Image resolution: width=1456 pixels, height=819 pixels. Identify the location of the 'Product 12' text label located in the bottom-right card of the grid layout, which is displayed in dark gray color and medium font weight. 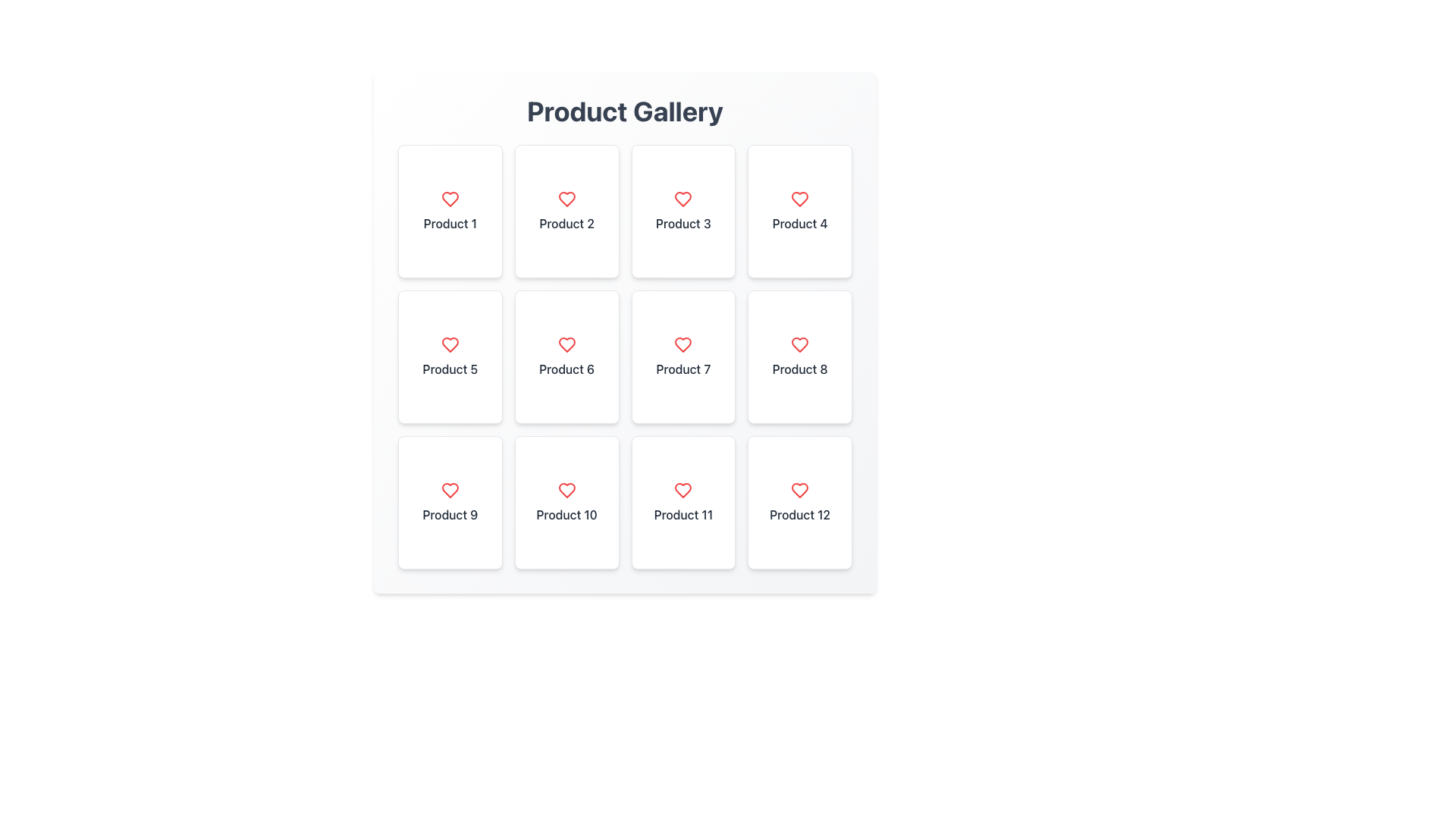
(799, 513).